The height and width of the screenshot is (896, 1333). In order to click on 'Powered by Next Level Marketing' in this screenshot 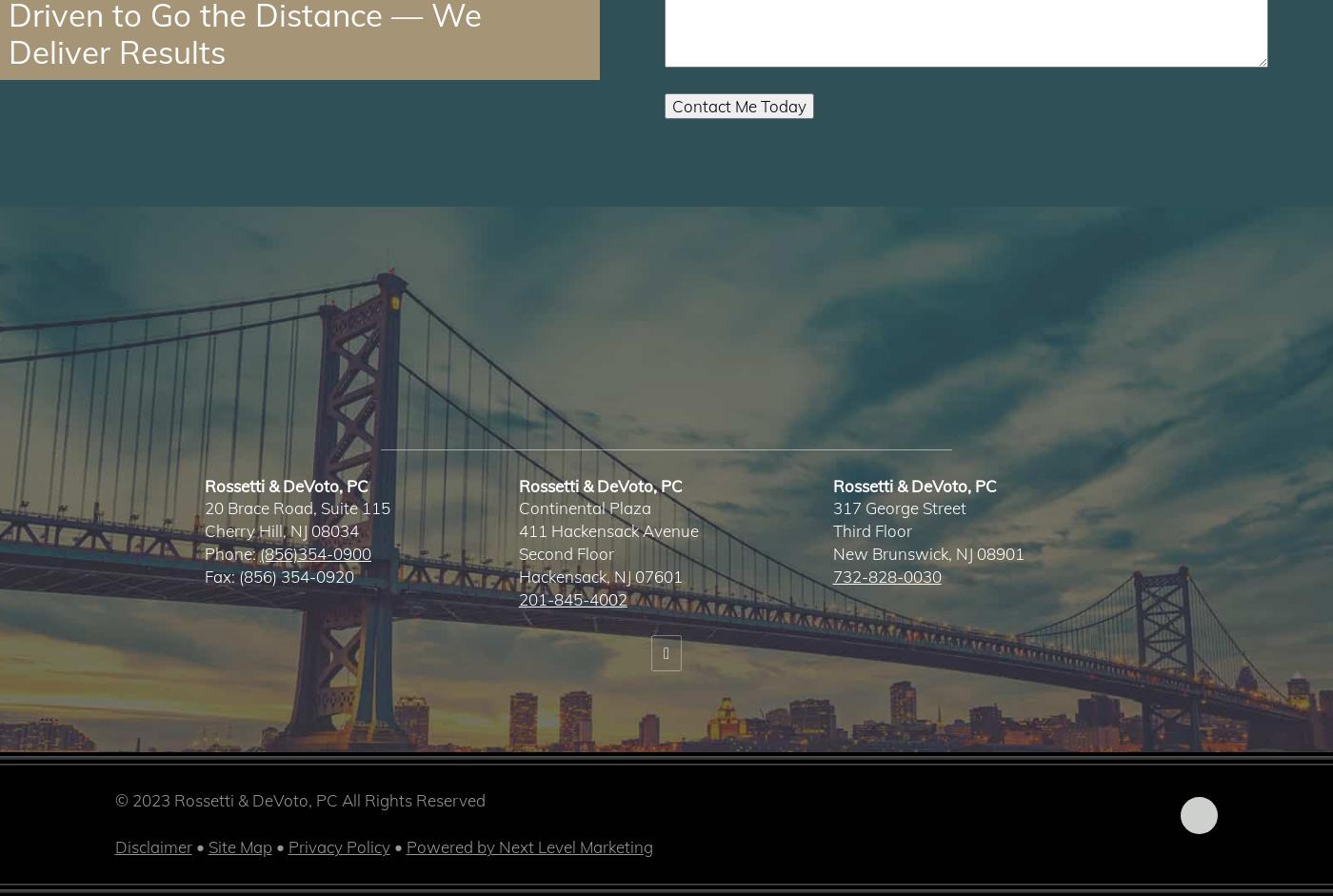, I will do `click(406, 846)`.